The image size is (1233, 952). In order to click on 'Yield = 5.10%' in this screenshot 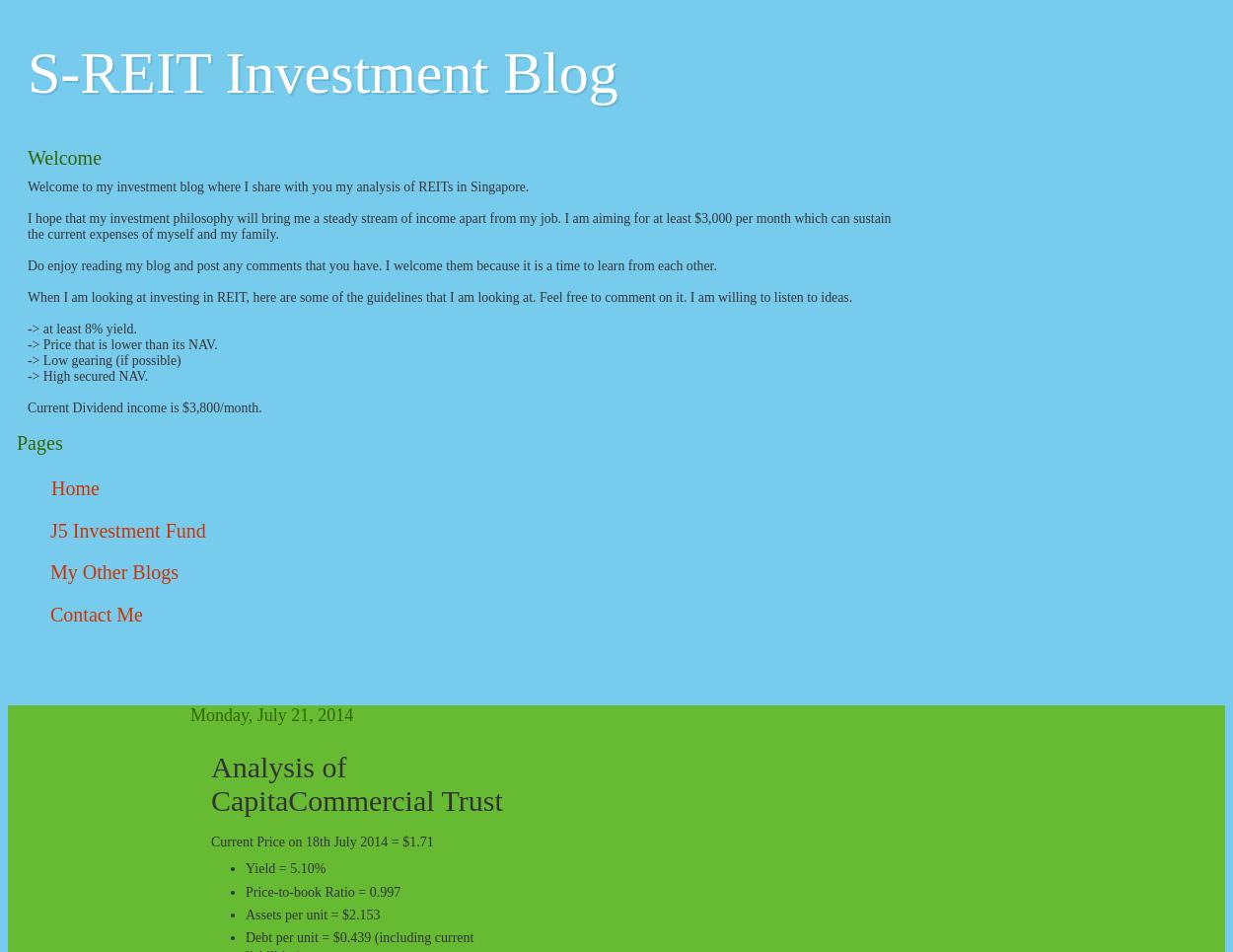, I will do `click(289, 868)`.